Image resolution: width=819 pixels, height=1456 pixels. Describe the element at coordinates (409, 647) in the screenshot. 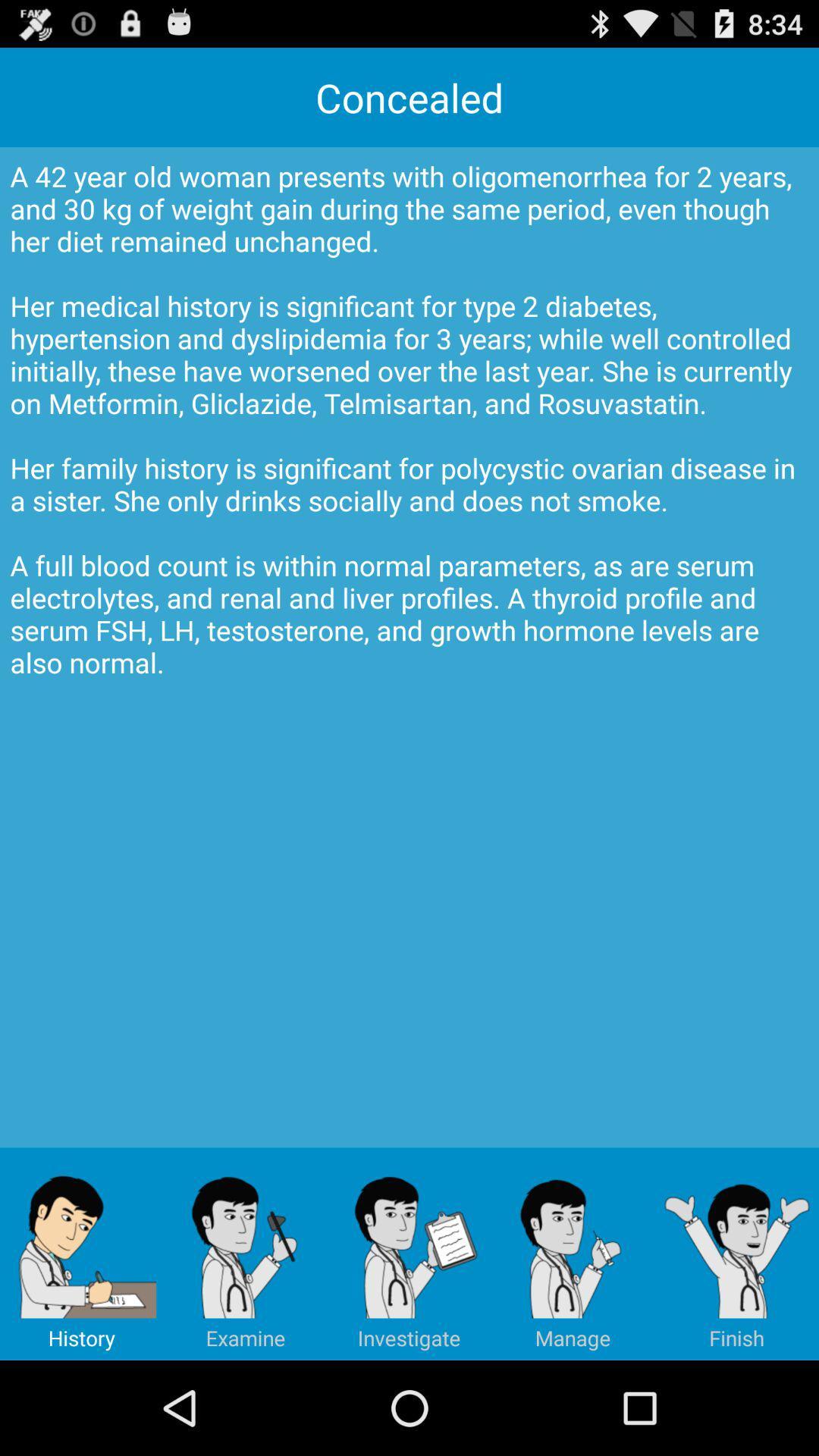

I see `a 42 year at the center` at that location.